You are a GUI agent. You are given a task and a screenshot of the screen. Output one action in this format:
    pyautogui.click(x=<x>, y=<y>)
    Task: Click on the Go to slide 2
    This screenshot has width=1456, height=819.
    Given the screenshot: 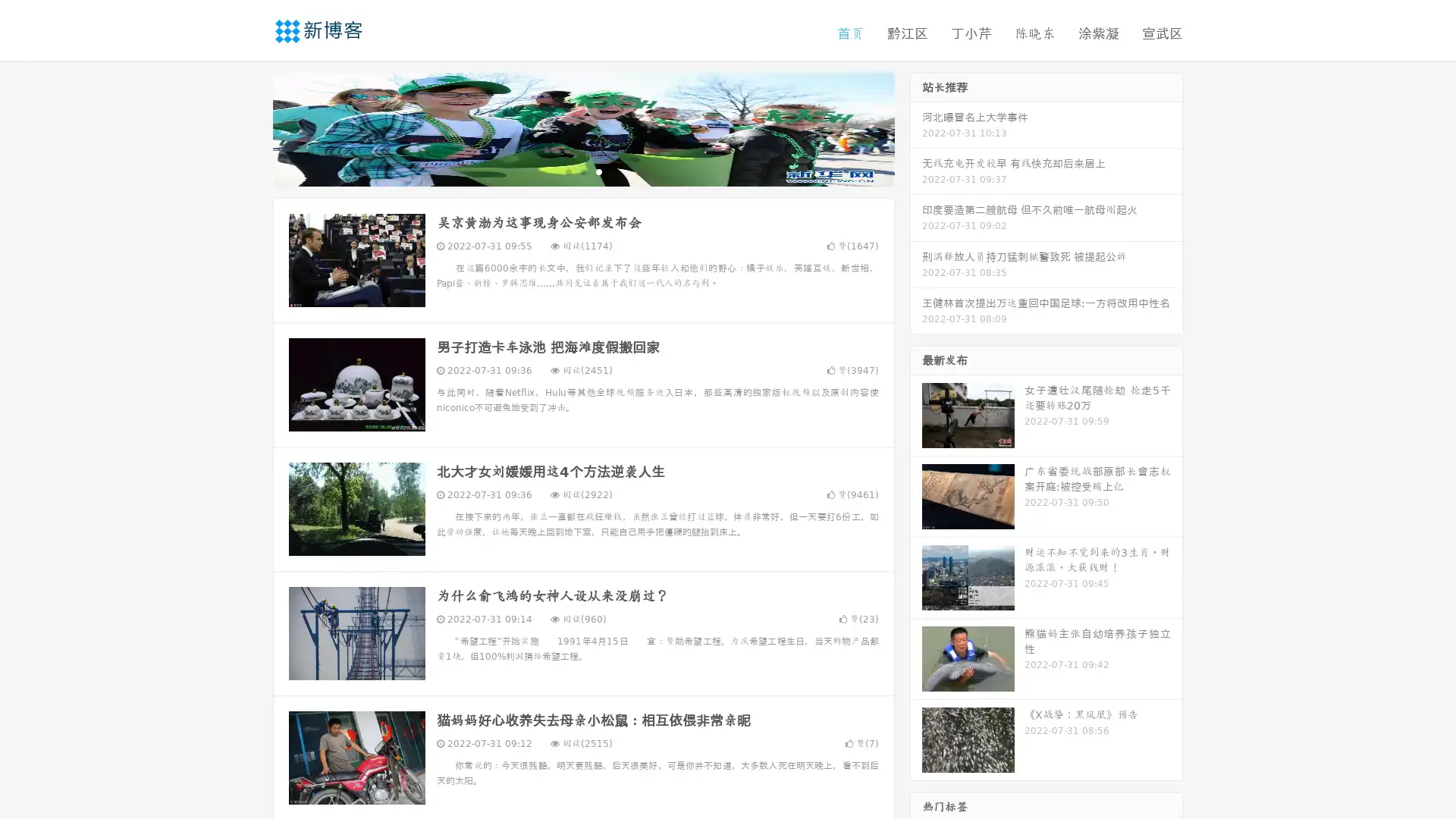 What is the action you would take?
    pyautogui.click(x=582, y=171)
    